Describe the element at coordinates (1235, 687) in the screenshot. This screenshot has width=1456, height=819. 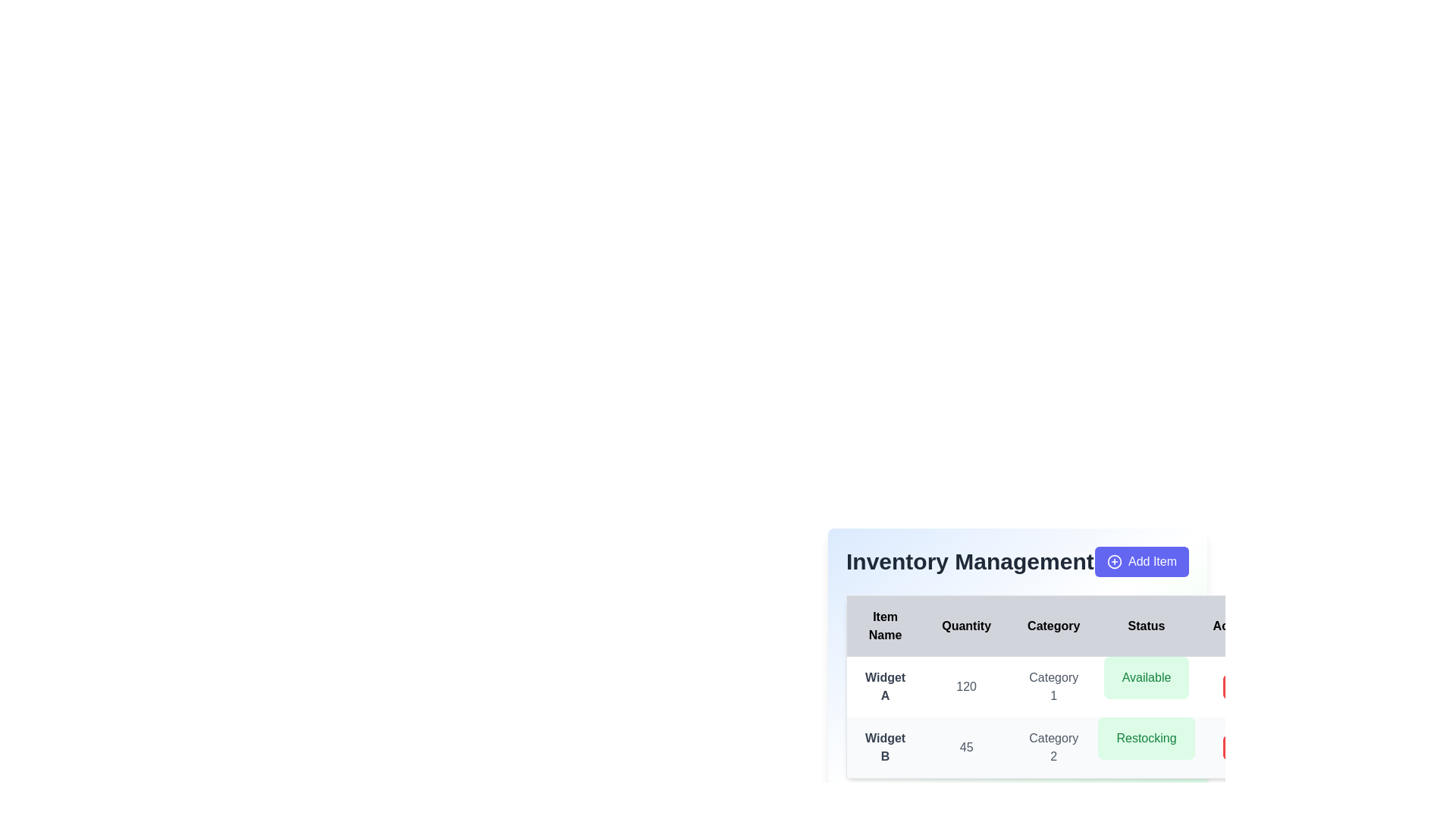
I see `the delete button in the 'Actions' column of the table to initiate the delete action for 'Widget A'` at that location.